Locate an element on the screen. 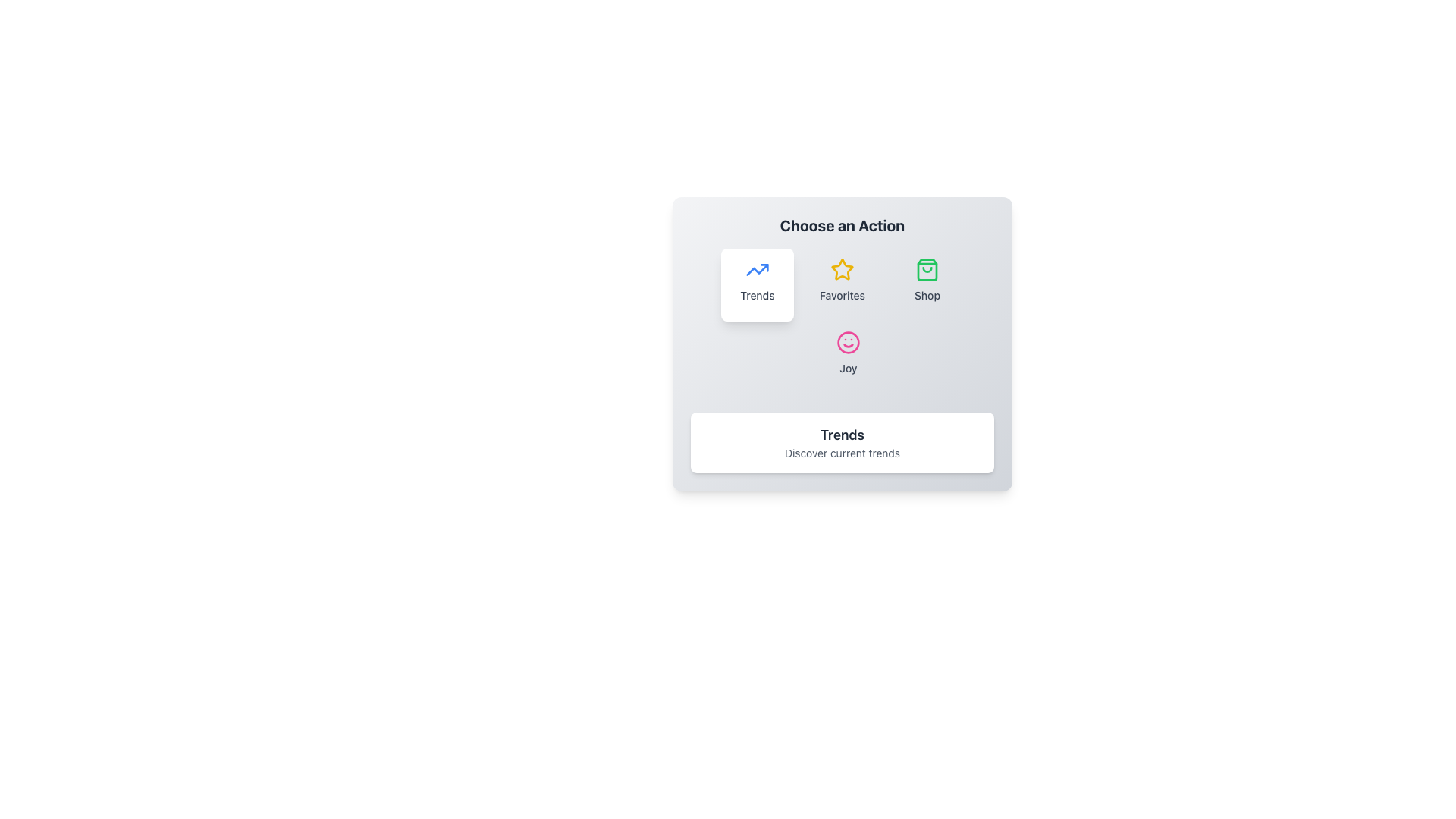 This screenshot has width=1456, height=819. the label with bold, large-sized text 'Choose an Action' that is centered at the top of the card-like component is located at coordinates (841, 225).